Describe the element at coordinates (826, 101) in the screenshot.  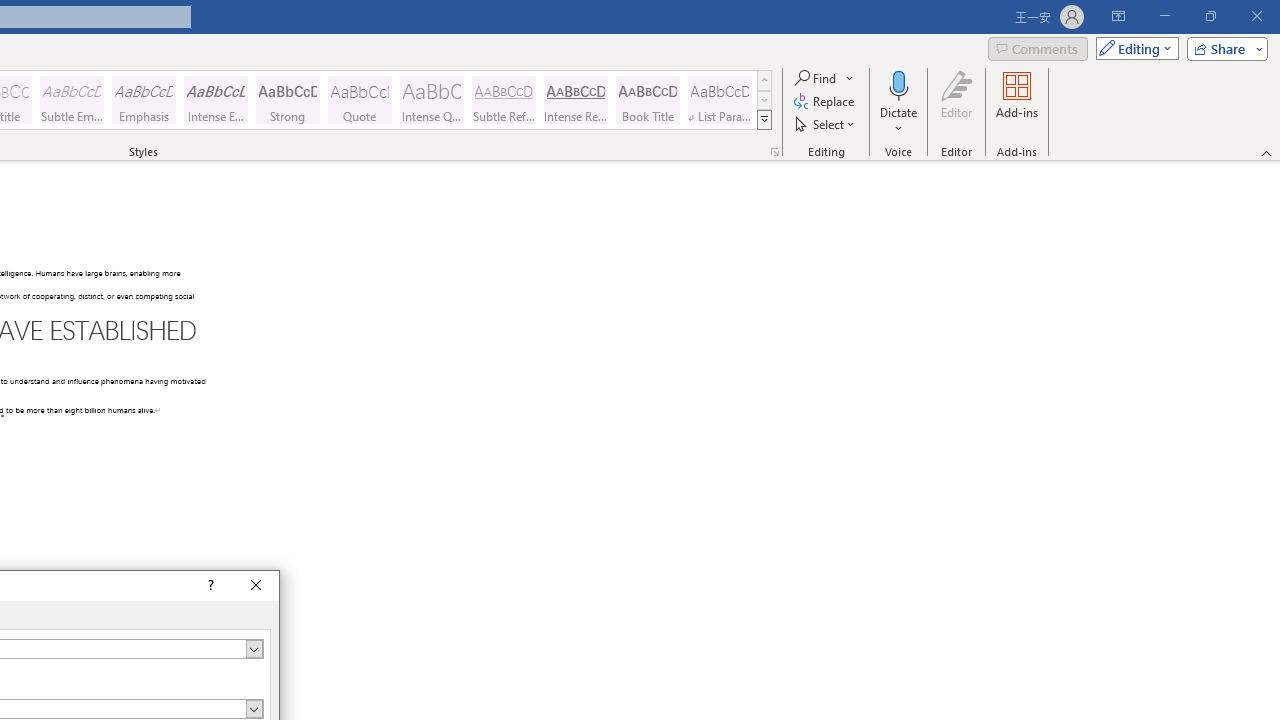
I see `'Replace...'` at that location.